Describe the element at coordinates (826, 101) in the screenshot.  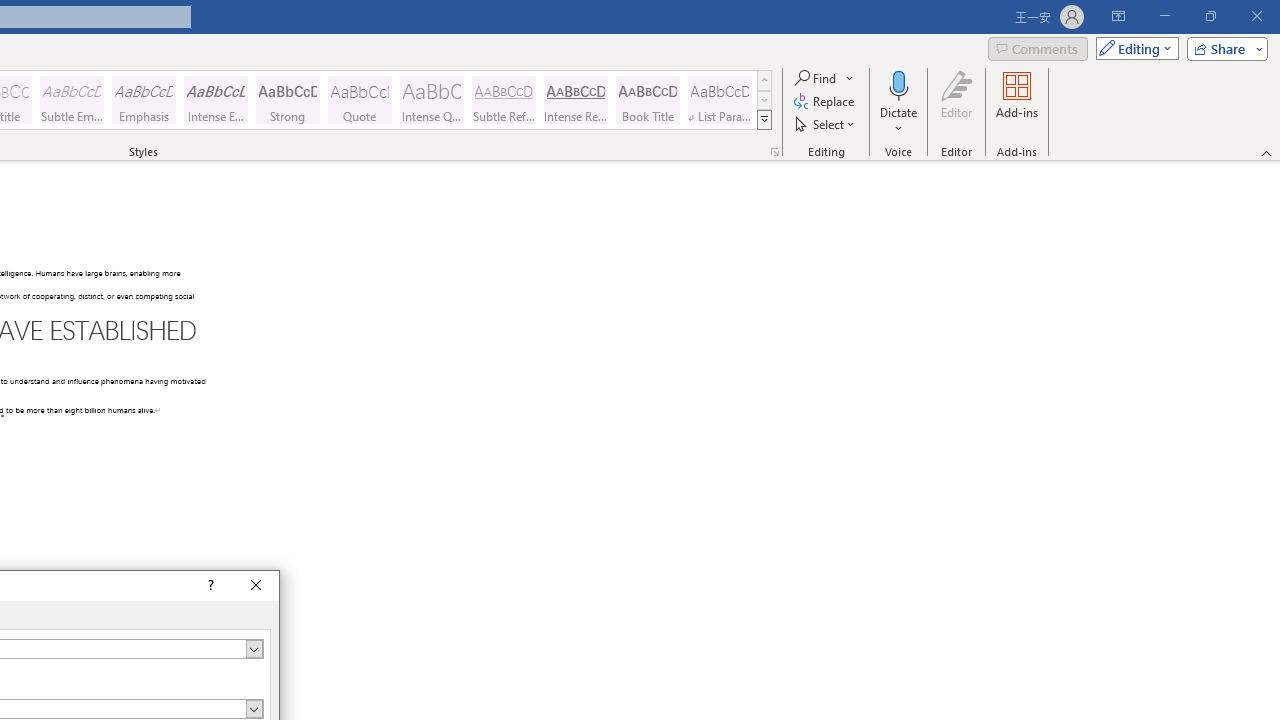
I see `'Replace...'` at that location.